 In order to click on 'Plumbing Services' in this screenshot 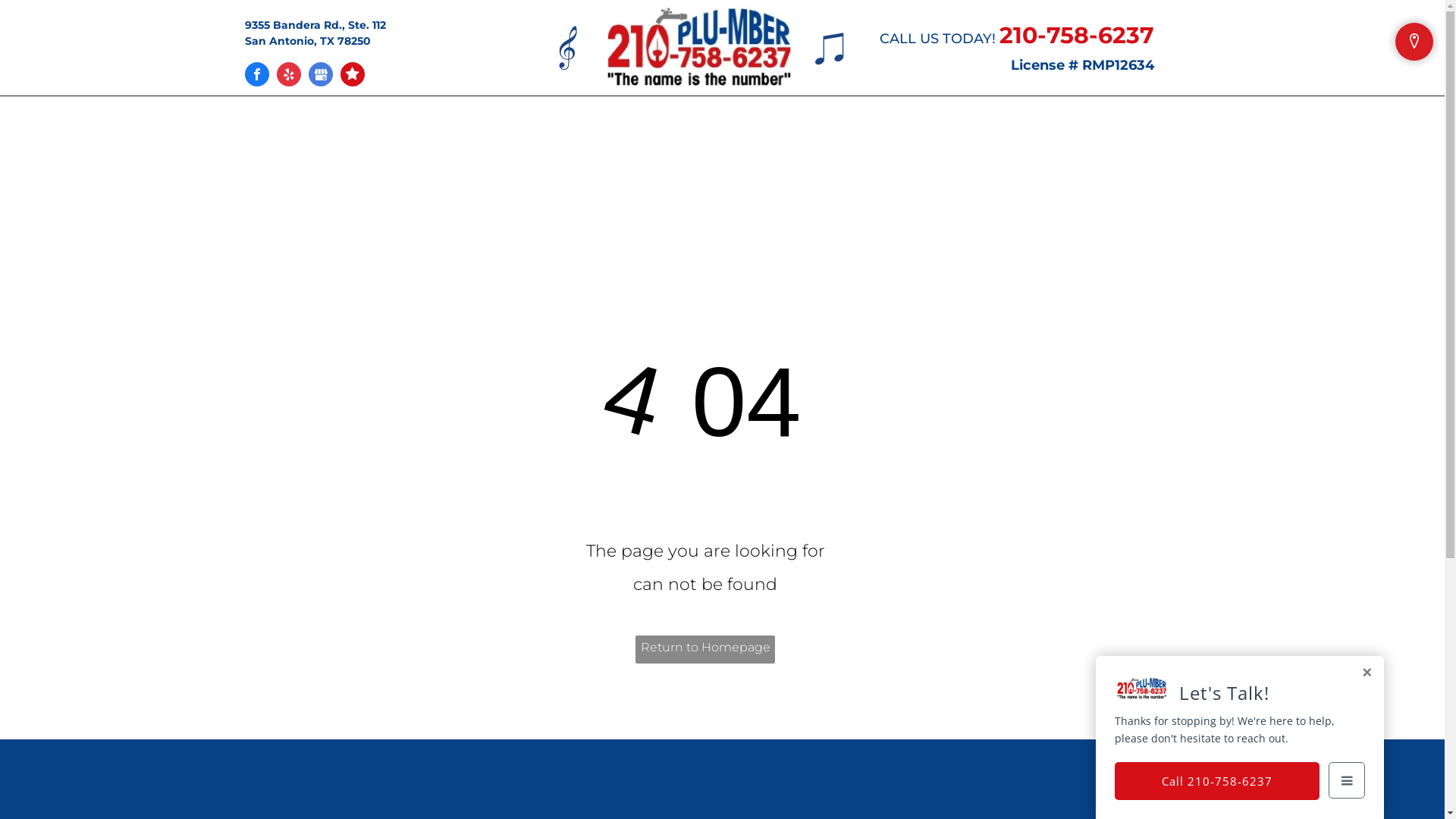, I will do `click(626, 127)`.